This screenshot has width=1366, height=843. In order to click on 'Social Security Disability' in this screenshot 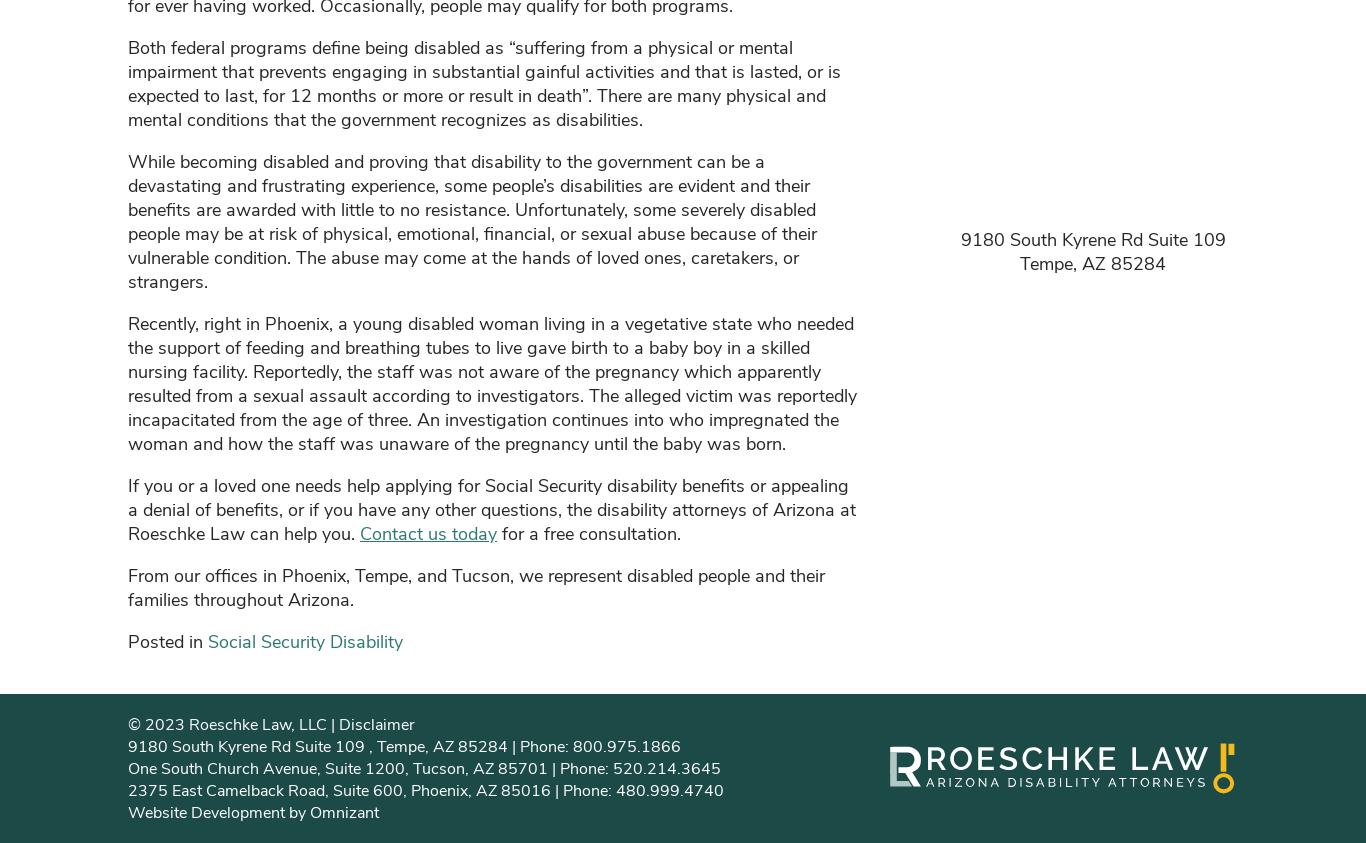, I will do `click(305, 640)`.